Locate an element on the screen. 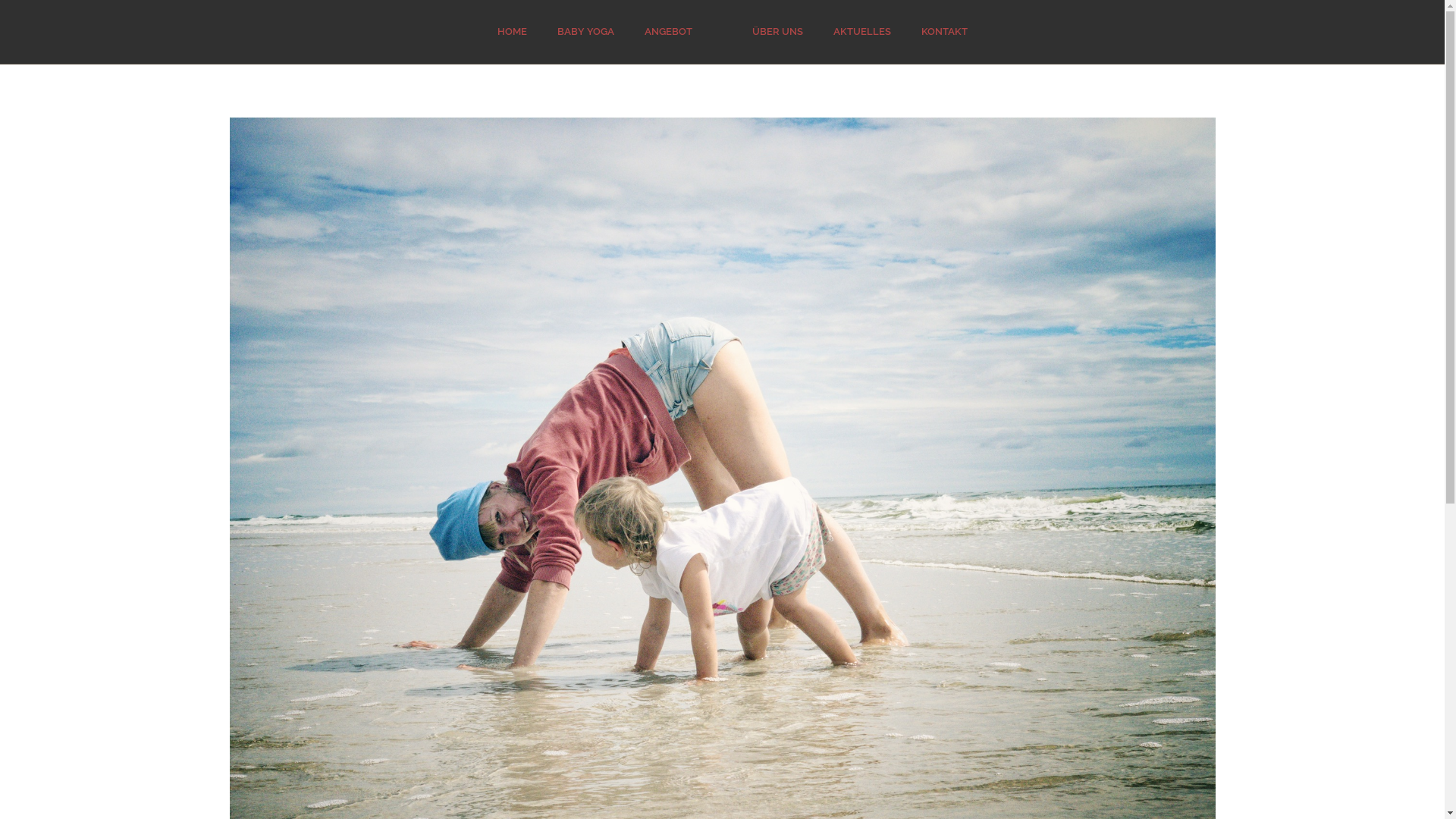  'ANGEBOT' is located at coordinates (667, 32).